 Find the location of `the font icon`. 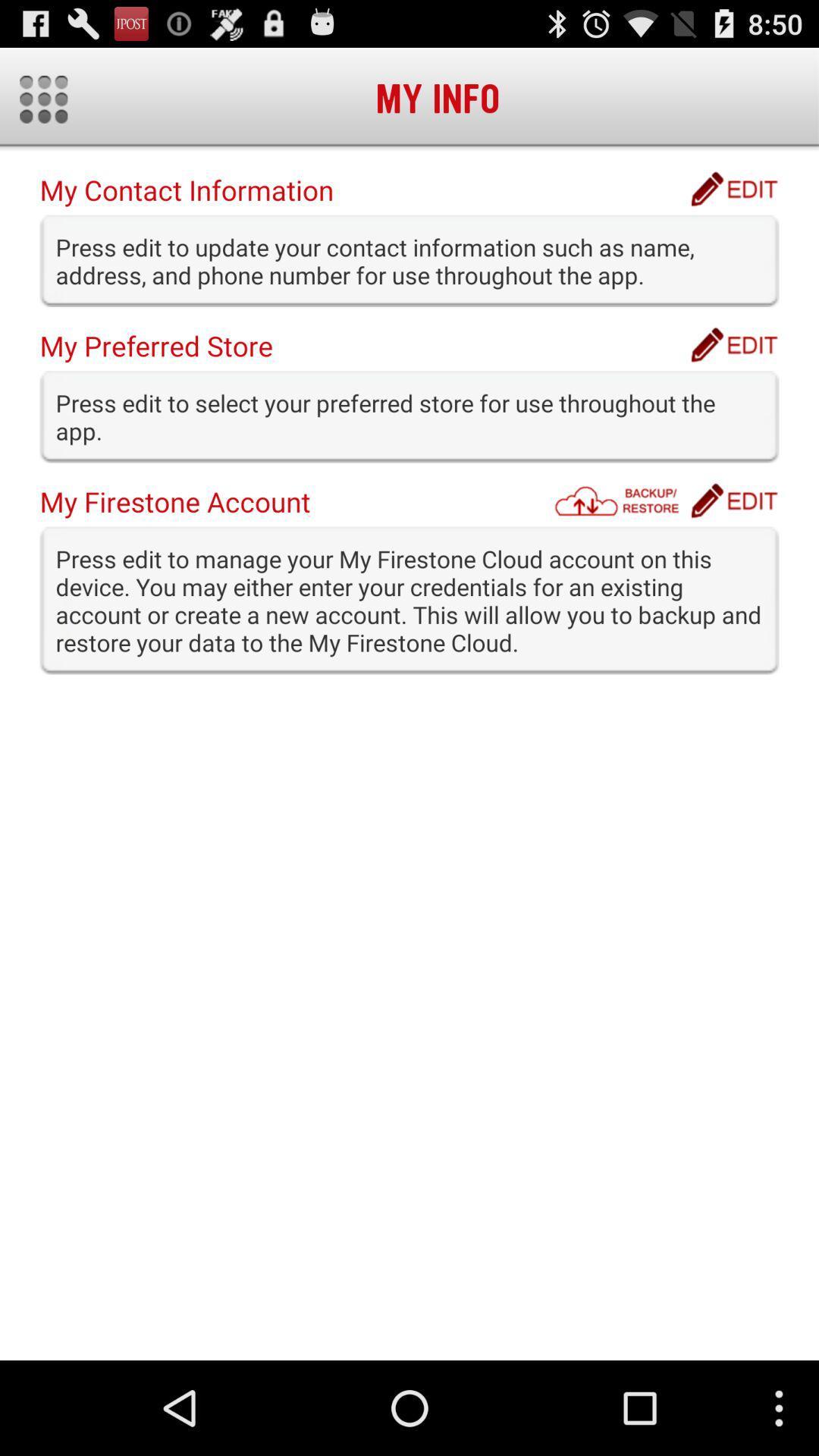

the font icon is located at coordinates (733, 369).